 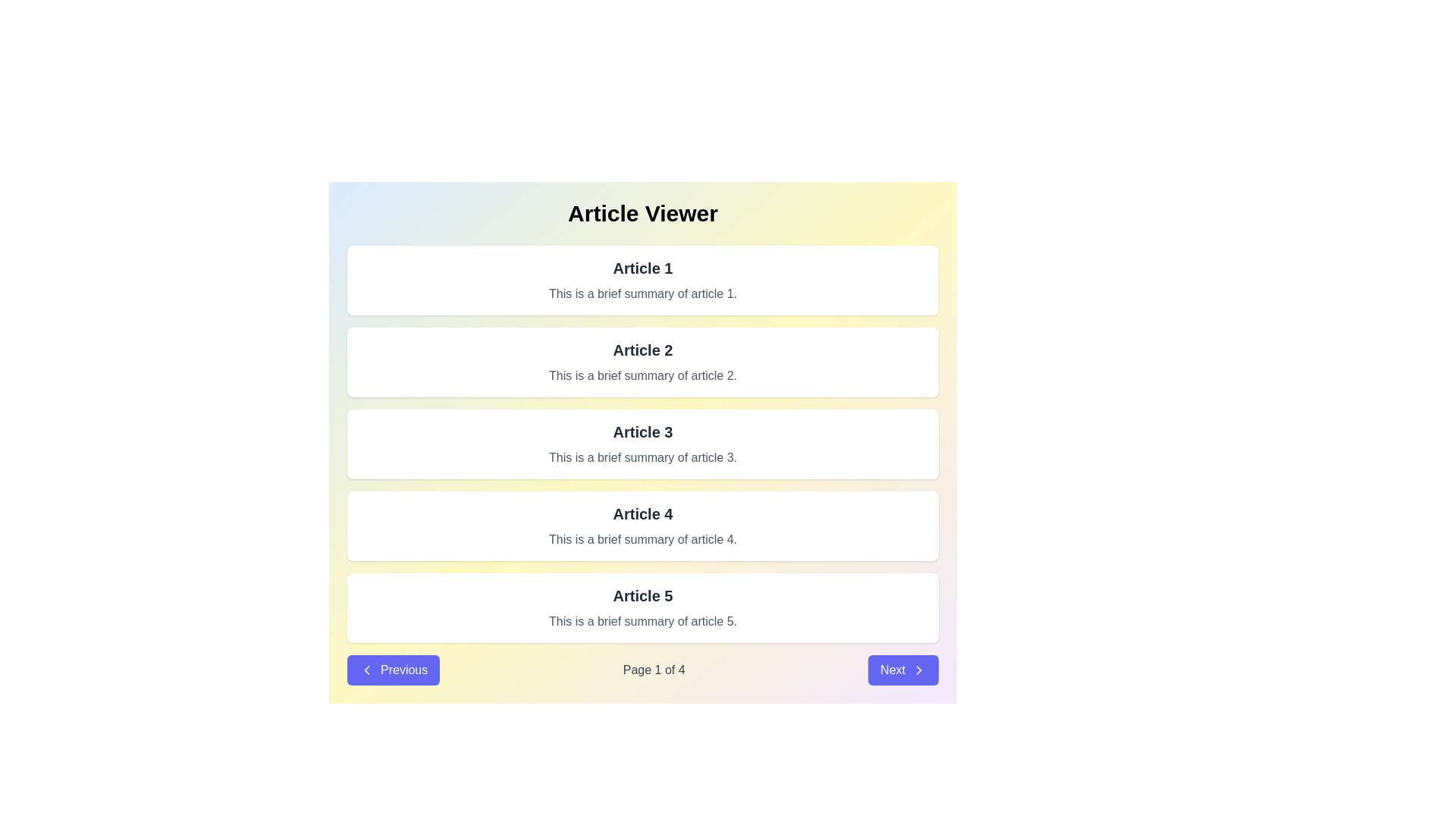 I want to click on the text content providing a summary for 'Article 1', located within the card component, below the bolded title and centrally aligned, so click(x=643, y=294).